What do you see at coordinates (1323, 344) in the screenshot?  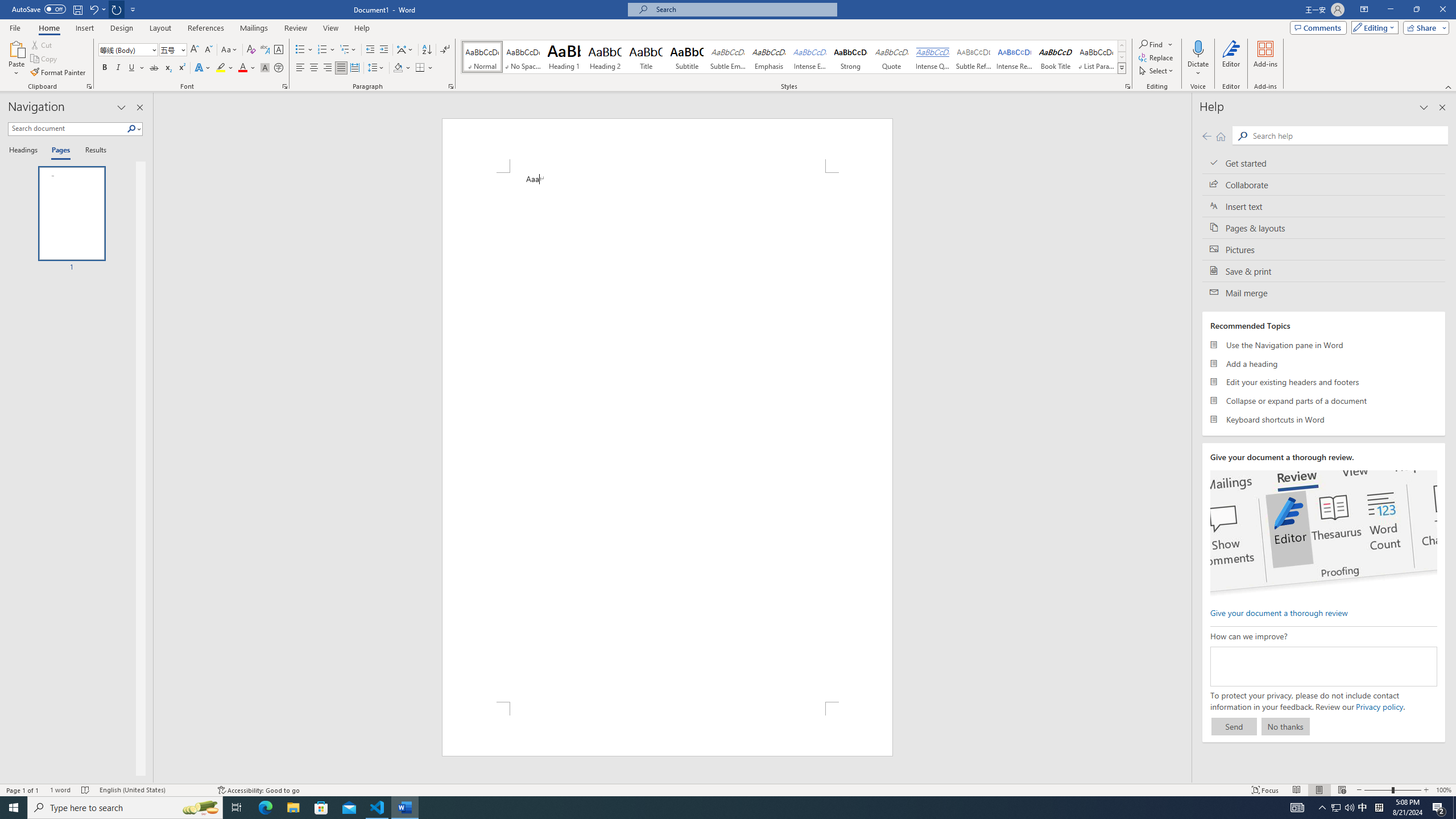 I see `'Use the Navigation pane in Word'` at bounding box center [1323, 344].